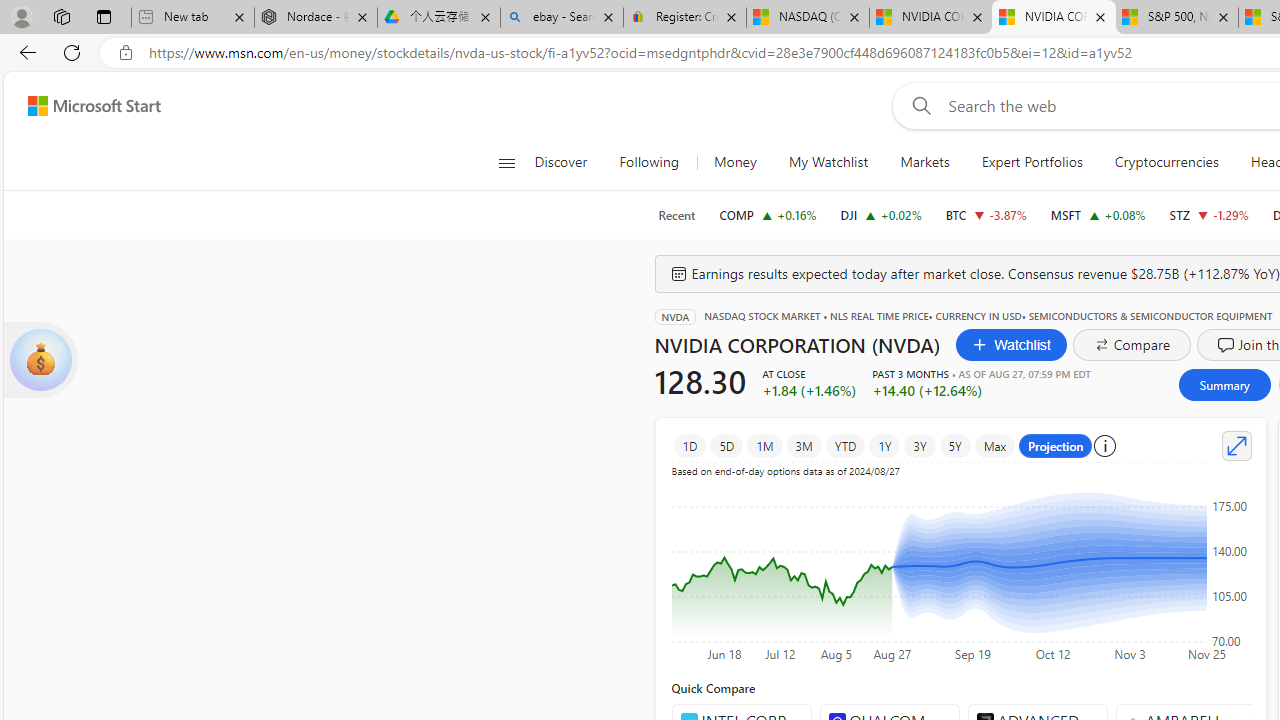  Describe the element at coordinates (1207, 214) in the screenshot. I see `'STZ CONSTELLATION BRANDS, INC. decrease 239.98 -3.13 -1.29%'` at that location.